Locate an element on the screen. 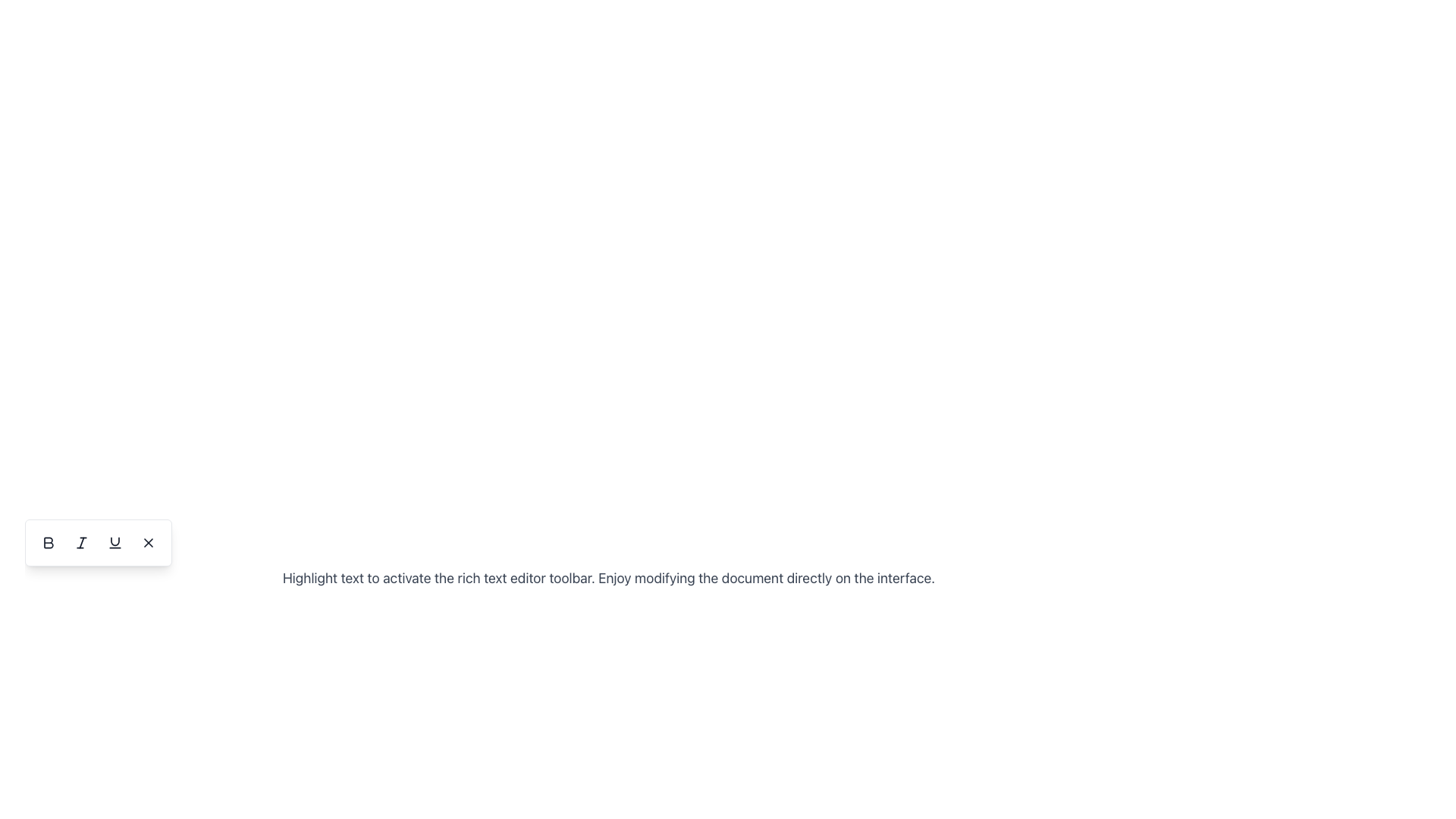 The image size is (1456, 819). the upper component of the underline formatting icon located in the bottom-left corner of the interface is located at coordinates (115, 540).